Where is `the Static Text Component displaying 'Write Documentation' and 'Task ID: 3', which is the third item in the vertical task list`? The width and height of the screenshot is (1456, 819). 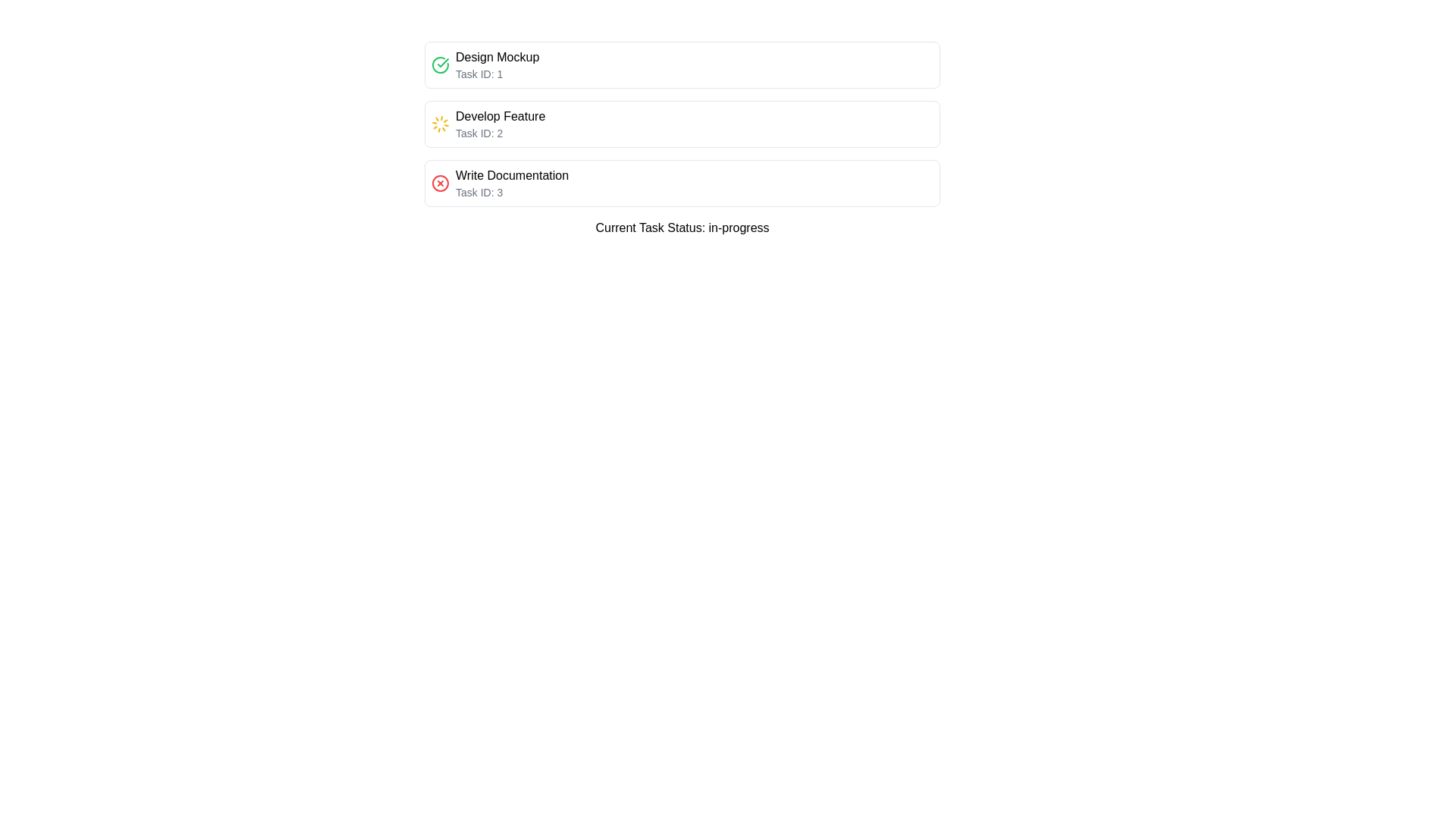
the Static Text Component displaying 'Write Documentation' and 'Task ID: 3', which is the third item in the vertical task list is located at coordinates (512, 183).